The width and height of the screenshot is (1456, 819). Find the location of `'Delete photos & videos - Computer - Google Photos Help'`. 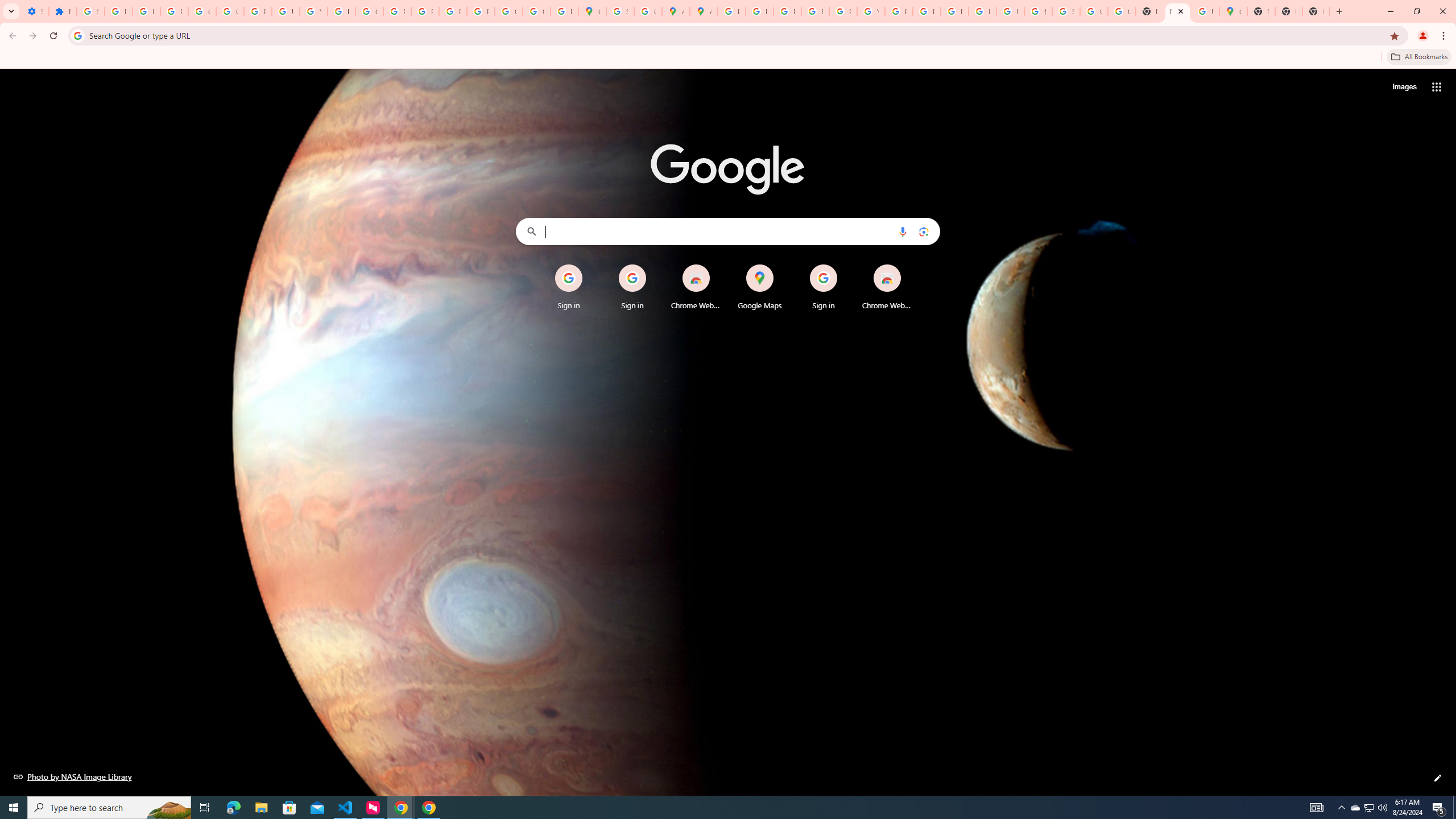

'Delete photos & videos - Computer - Google Photos Help' is located at coordinates (118, 11).